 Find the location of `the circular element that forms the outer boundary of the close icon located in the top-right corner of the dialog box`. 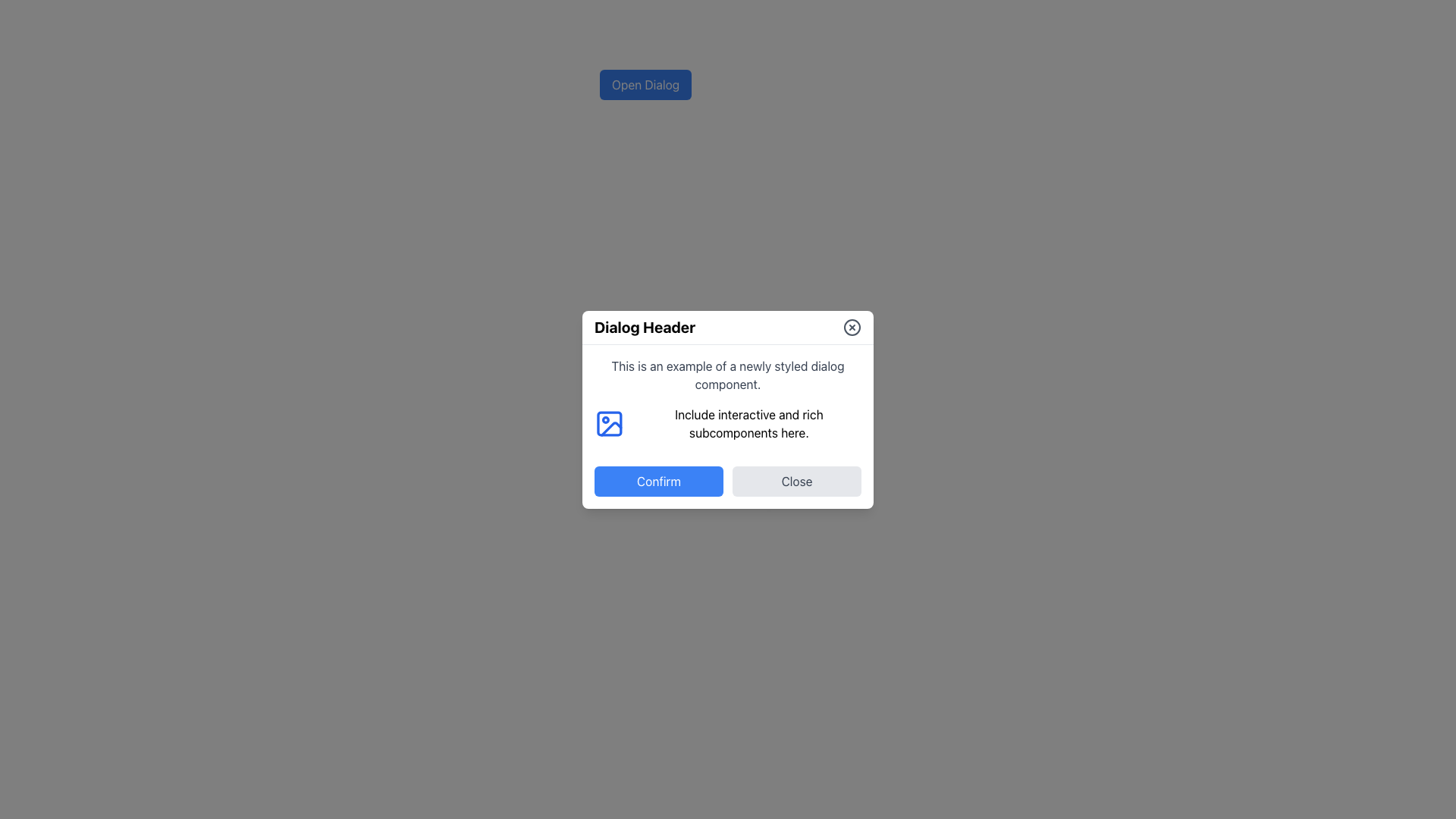

the circular element that forms the outer boundary of the close icon located in the top-right corner of the dialog box is located at coordinates (852, 326).